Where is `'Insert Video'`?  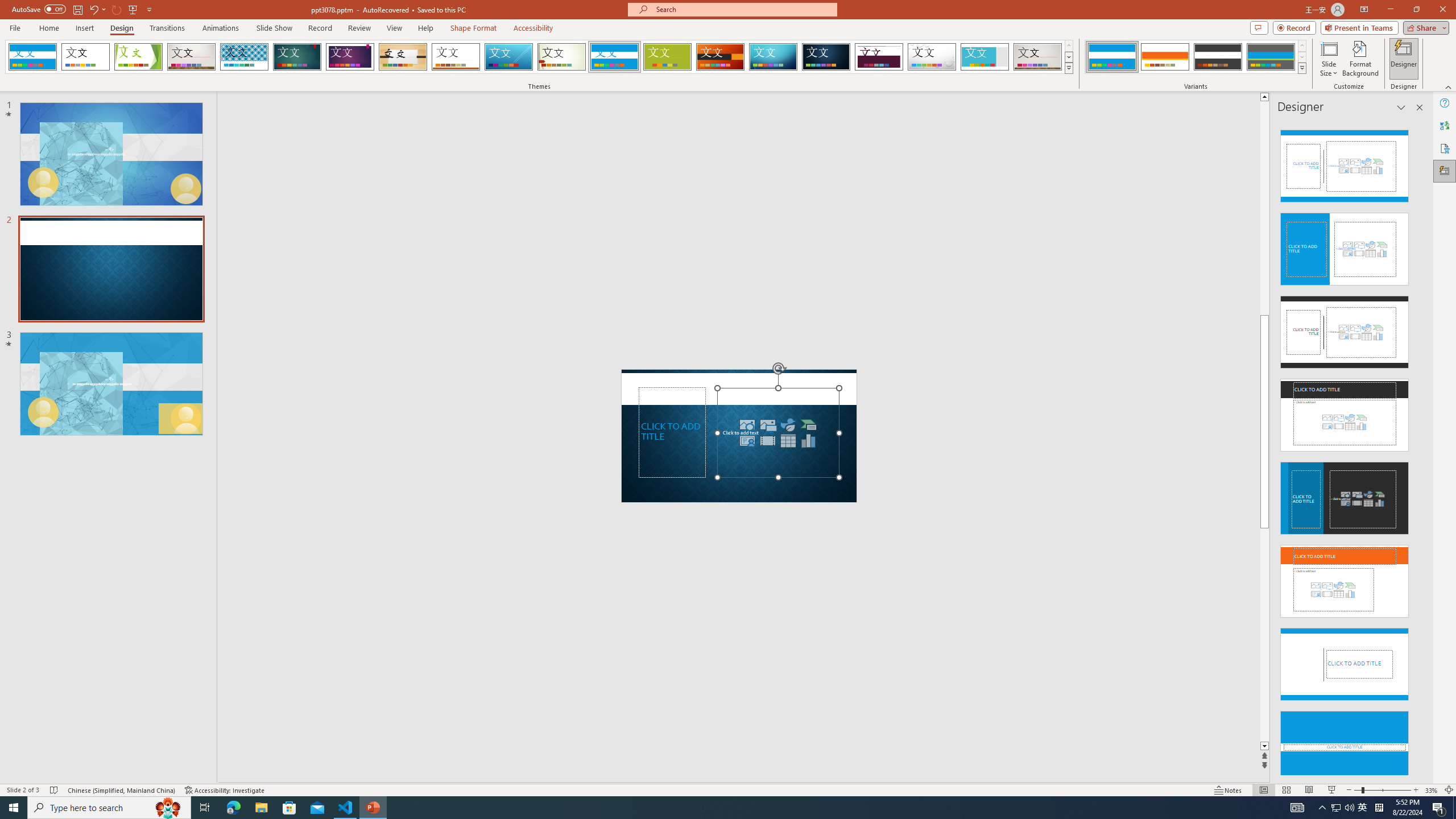
'Insert Video' is located at coordinates (767, 440).